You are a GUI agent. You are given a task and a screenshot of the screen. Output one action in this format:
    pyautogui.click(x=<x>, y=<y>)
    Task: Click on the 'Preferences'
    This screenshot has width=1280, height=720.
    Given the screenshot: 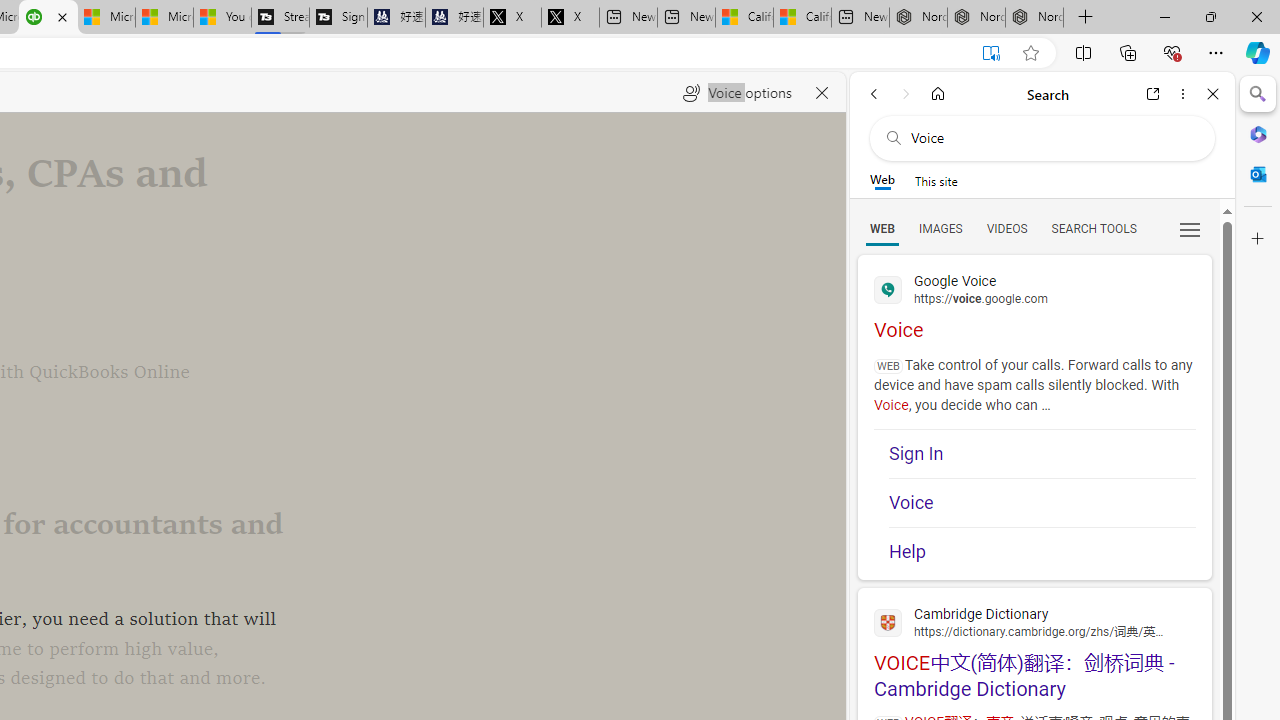 What is the action you would take?
    pyautogui.click(x=1189, y=227)
    